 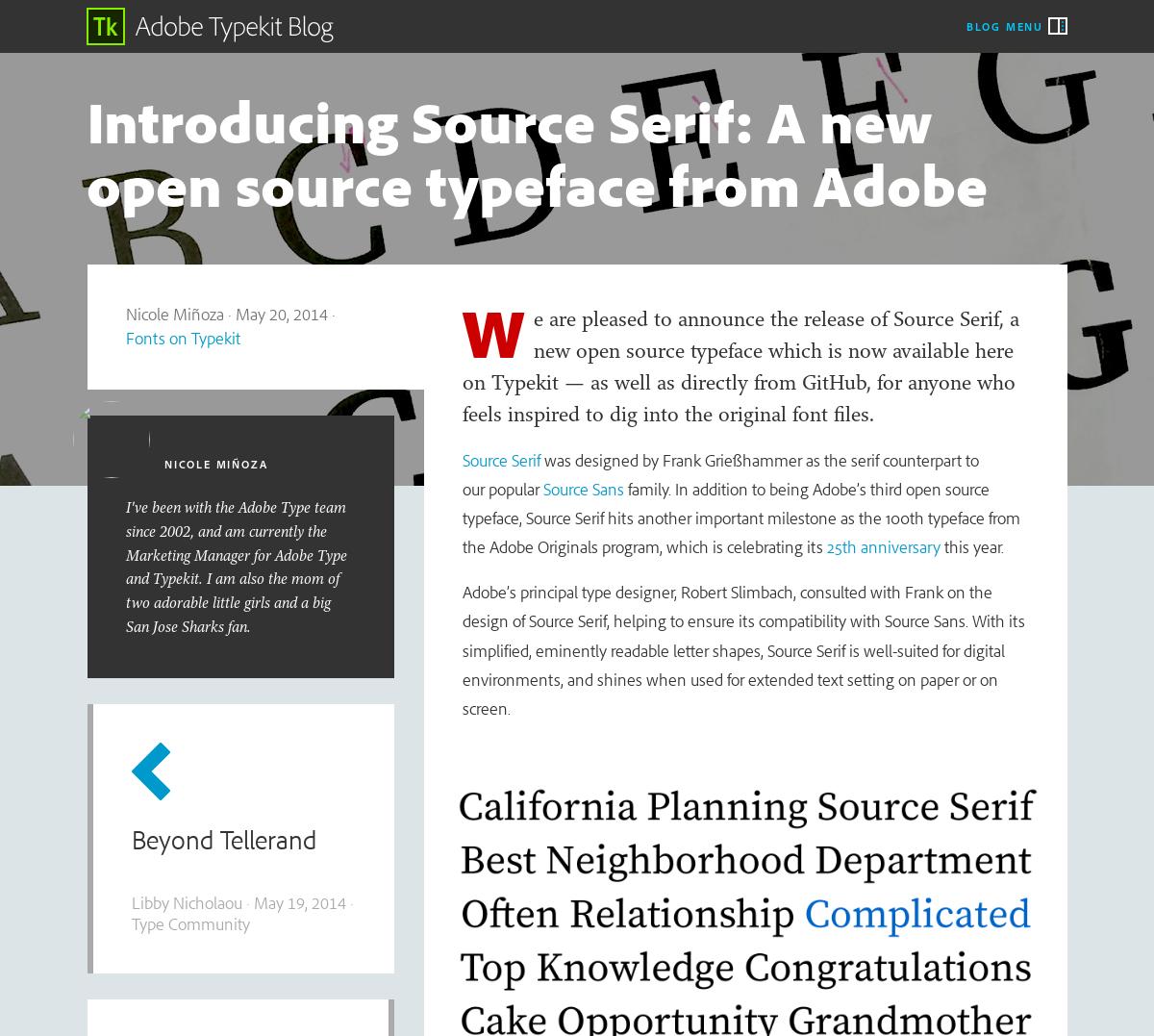 What do you see at coordinates (181, 336) in the screenshot?
I see `'Fonts on Typekit'` at bounding box center [181, 336].